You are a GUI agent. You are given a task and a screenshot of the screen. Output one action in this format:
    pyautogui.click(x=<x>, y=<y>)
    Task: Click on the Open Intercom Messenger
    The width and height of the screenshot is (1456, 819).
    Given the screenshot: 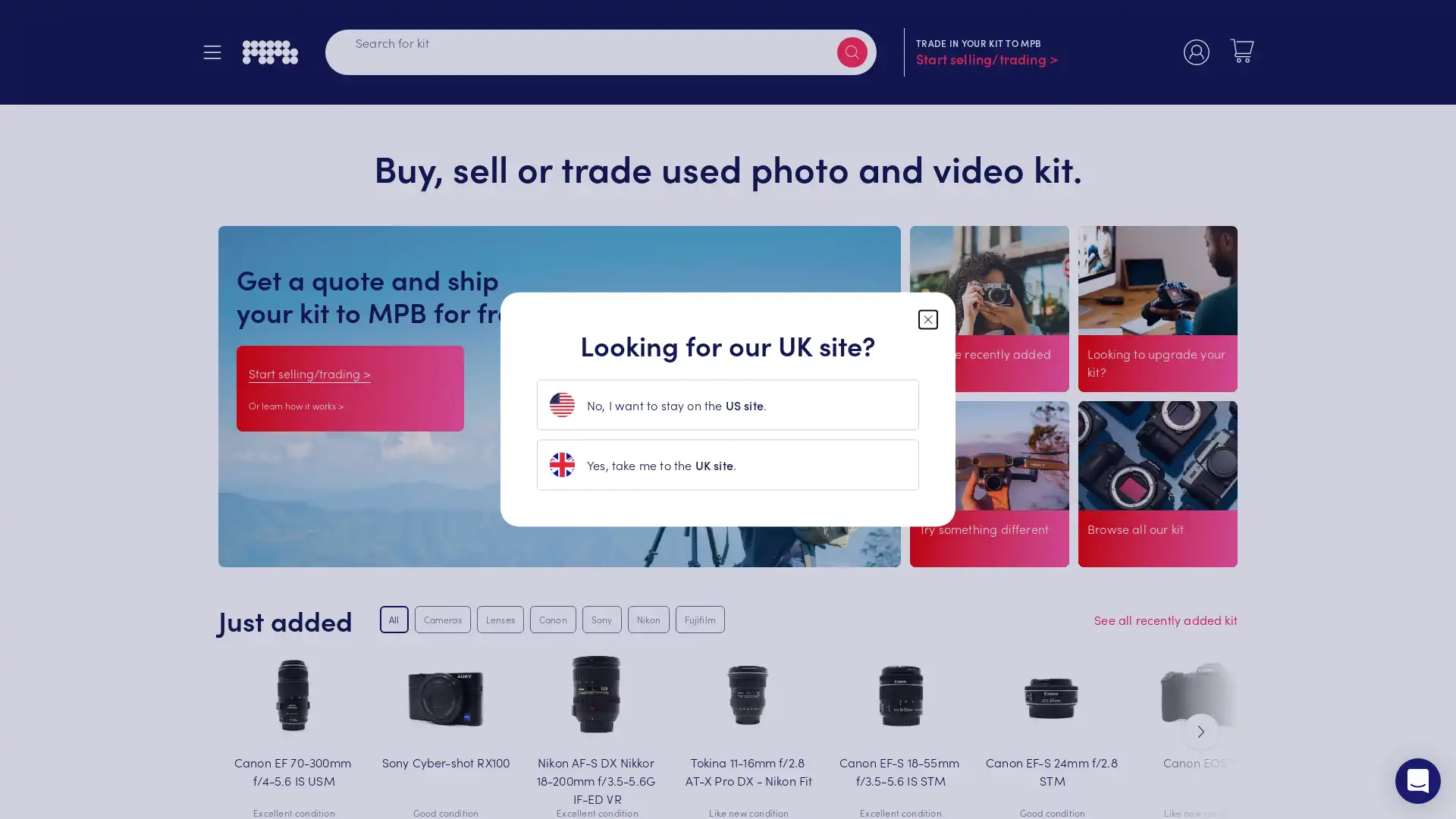 What is the action you would take?
    pyautogui.click(x=1417, y=780)
    